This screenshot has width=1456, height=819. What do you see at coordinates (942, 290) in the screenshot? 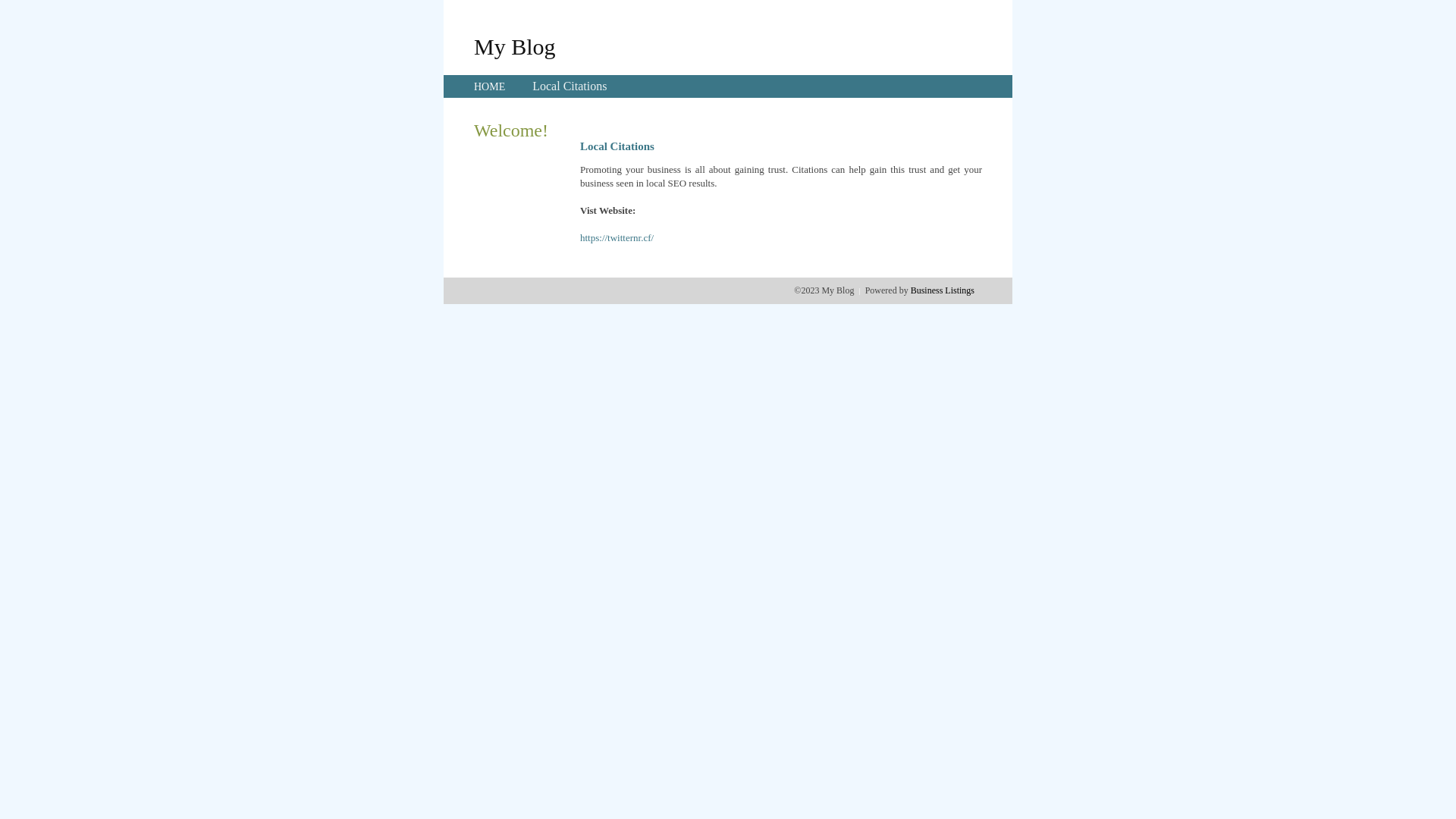
I see `'Business Listings'` at bounding box center [942, 290].